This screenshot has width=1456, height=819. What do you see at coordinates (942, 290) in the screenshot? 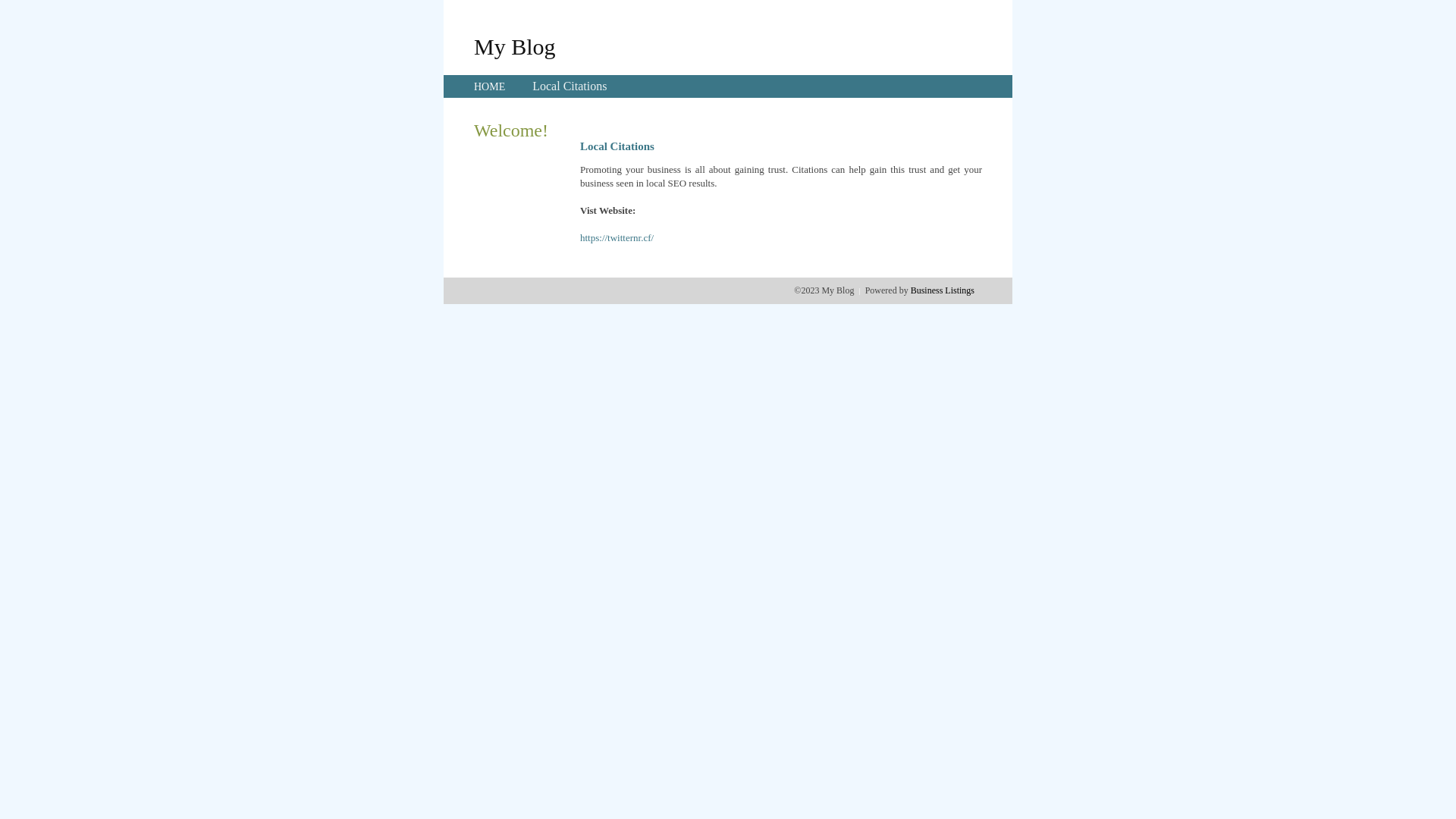
I see `'Business Listings'` at bounding box center [942, 290].